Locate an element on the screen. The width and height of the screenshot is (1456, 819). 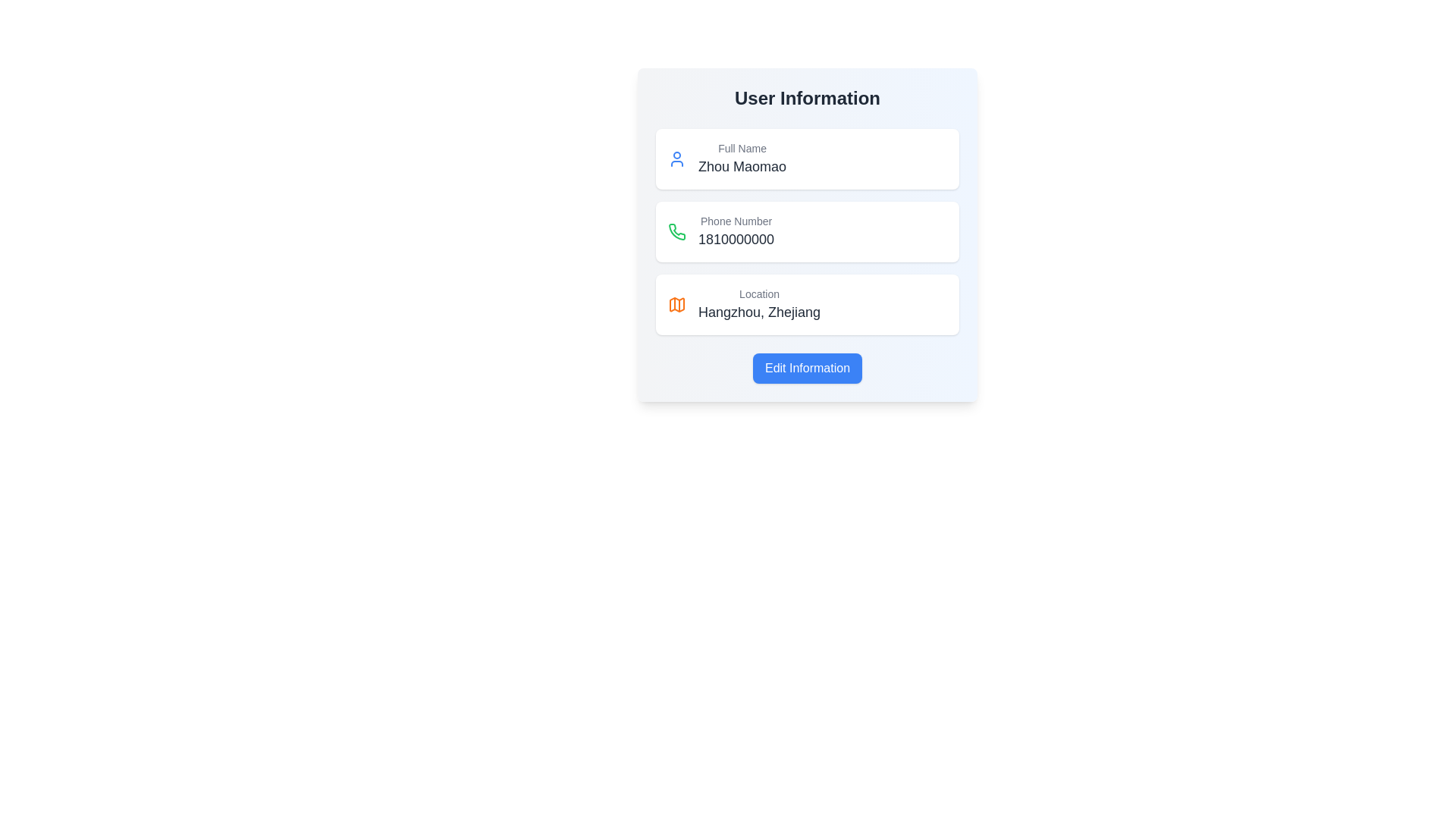
the label identifying the phone number input field, which is located above the phone number '1810000000' in the second section of the form is located at coordinates (736, 221).